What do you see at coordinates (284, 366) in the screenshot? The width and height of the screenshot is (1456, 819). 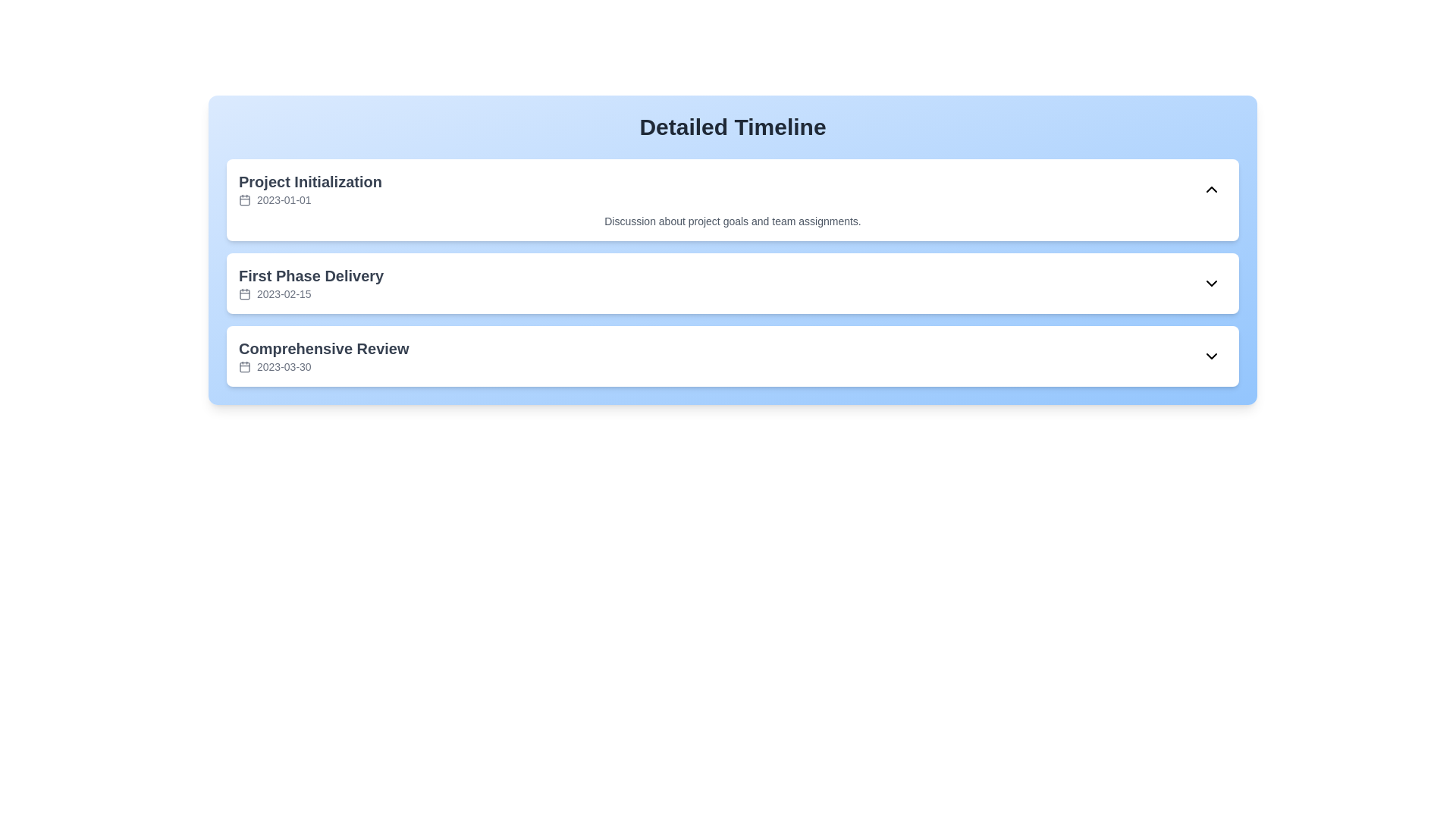 I see `the static text label displaying the date '2023-03-30' associated with the 'Comprehensive Review' milestone in the timeline` at bounding box center [284, 366].